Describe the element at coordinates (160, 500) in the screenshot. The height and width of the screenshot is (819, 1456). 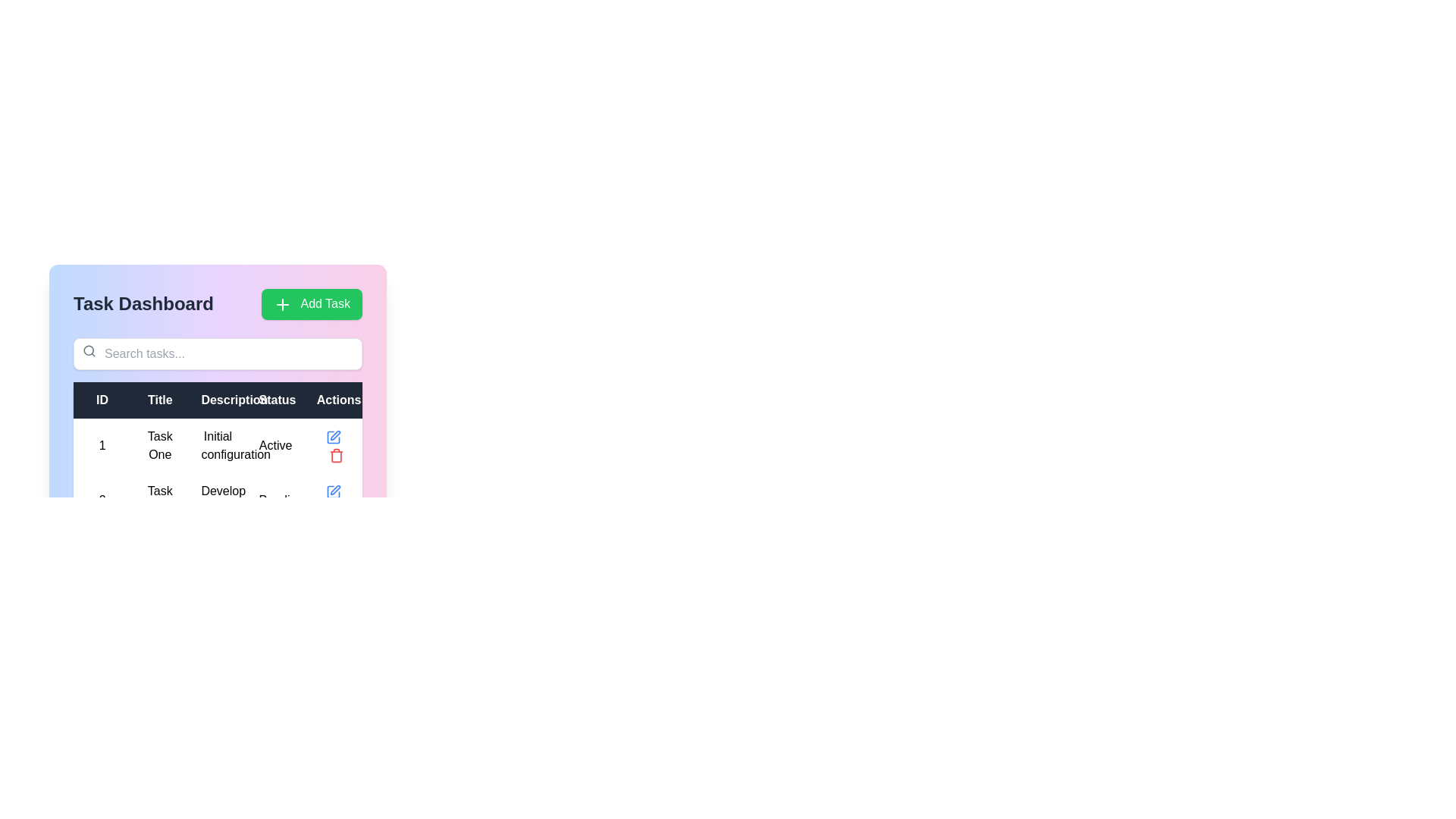
I see `the label that serves as a title for the associated task, positioned horizontally between '2' and 'Develop module'` at that location.